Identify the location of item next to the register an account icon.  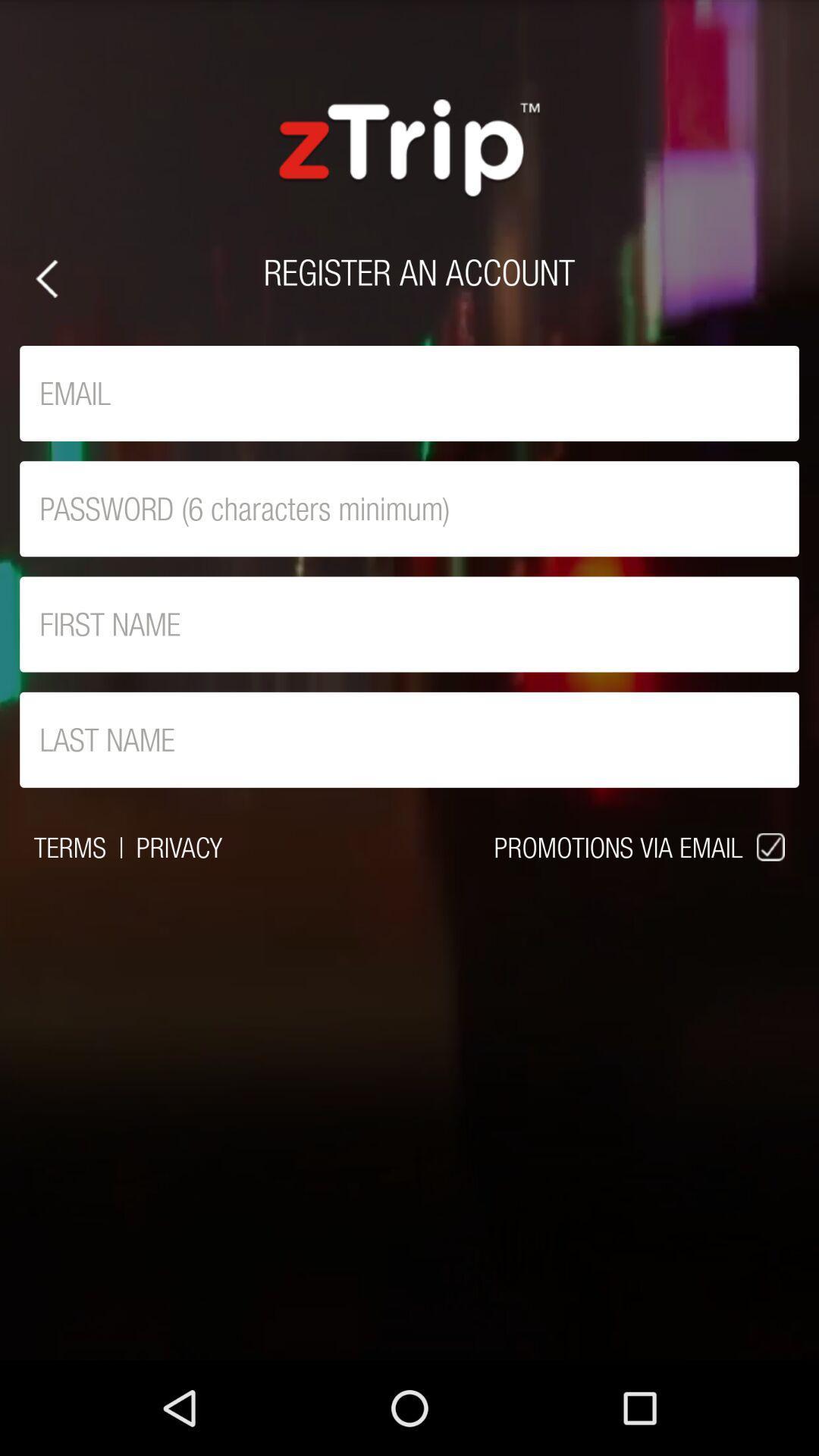
(45, 278).